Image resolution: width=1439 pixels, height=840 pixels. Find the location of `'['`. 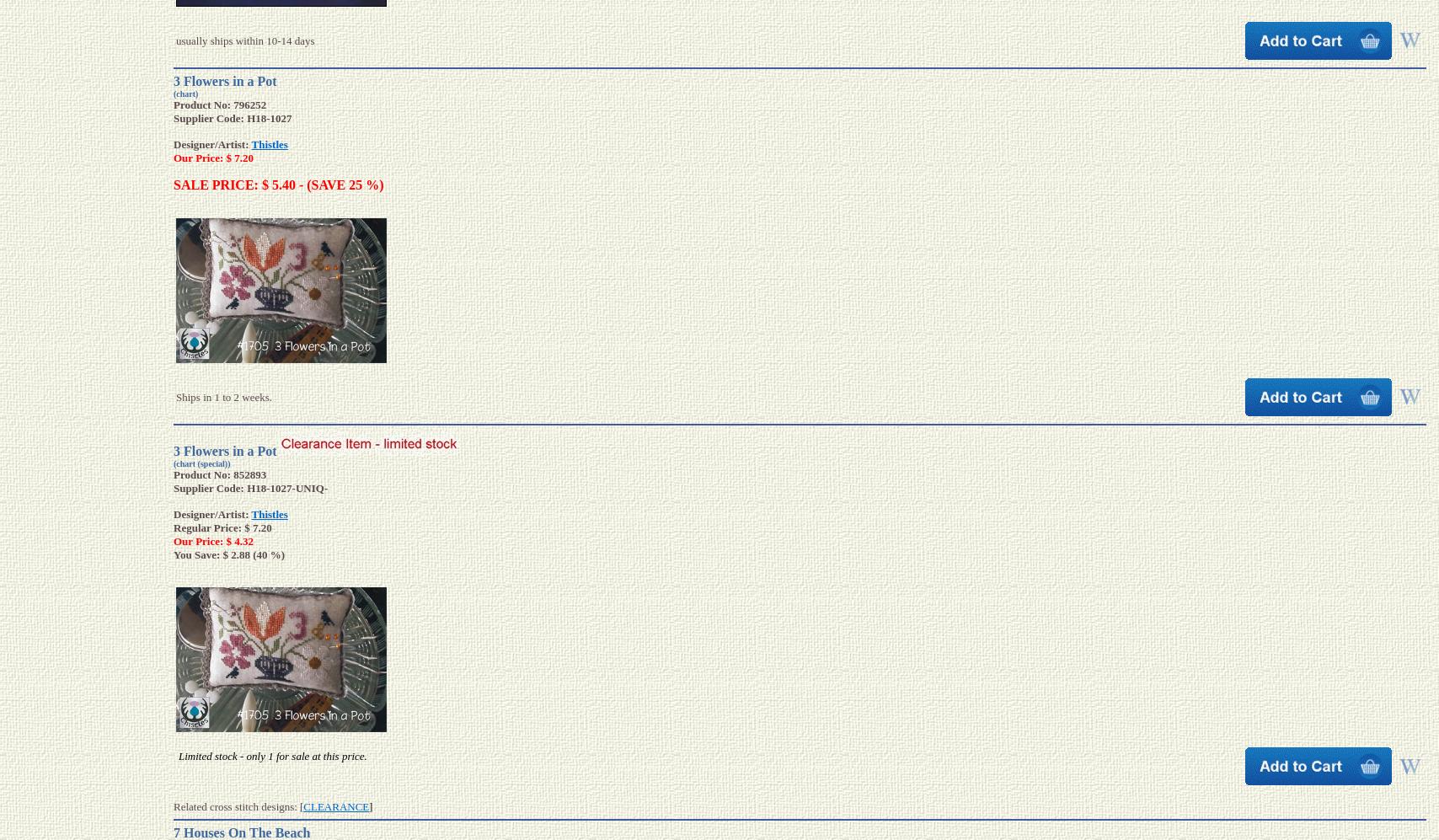

'[' is located at coordinates (301, 805).